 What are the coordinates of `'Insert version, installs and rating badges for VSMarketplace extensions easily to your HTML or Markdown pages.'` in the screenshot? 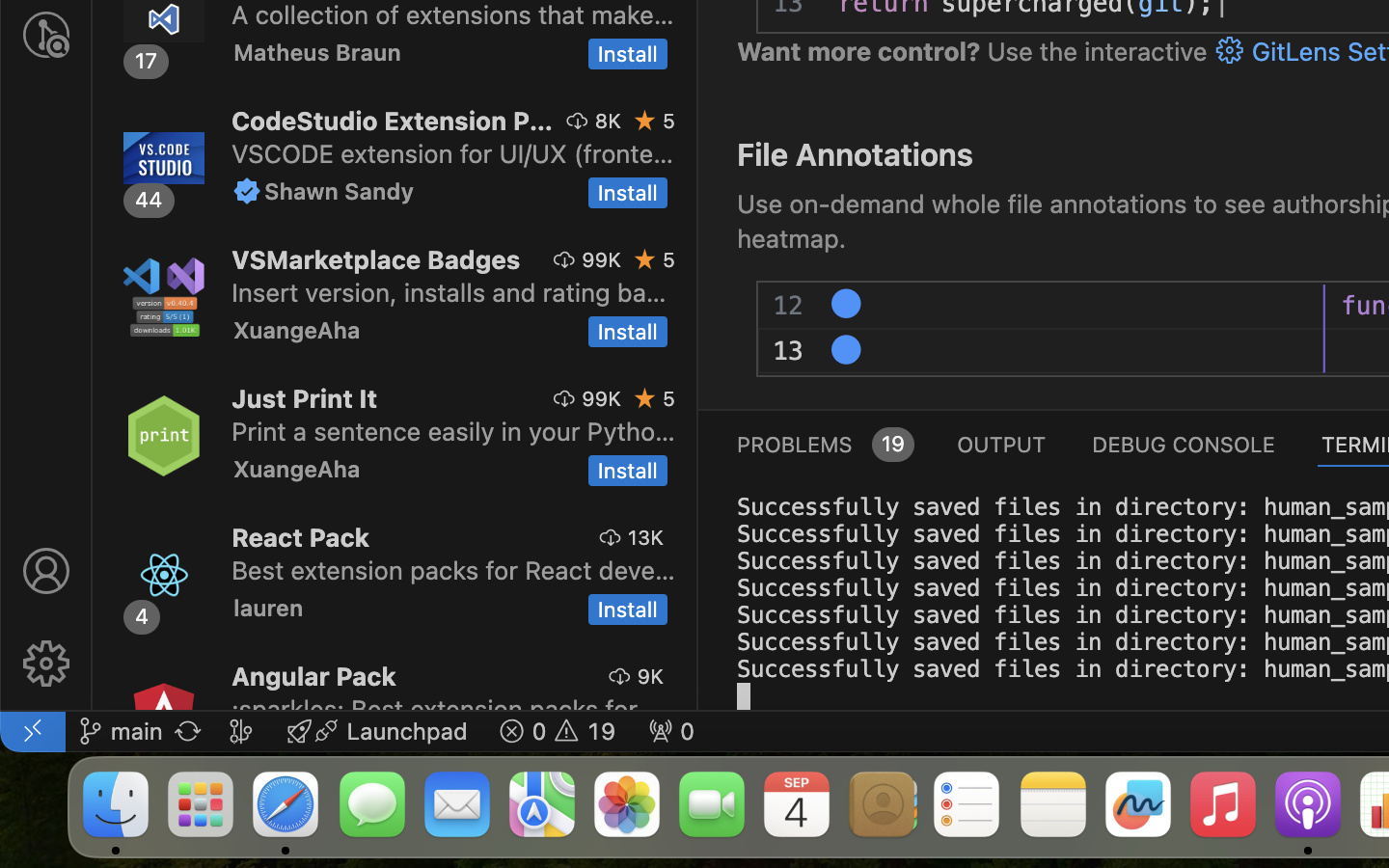 It's located at (449, 291).